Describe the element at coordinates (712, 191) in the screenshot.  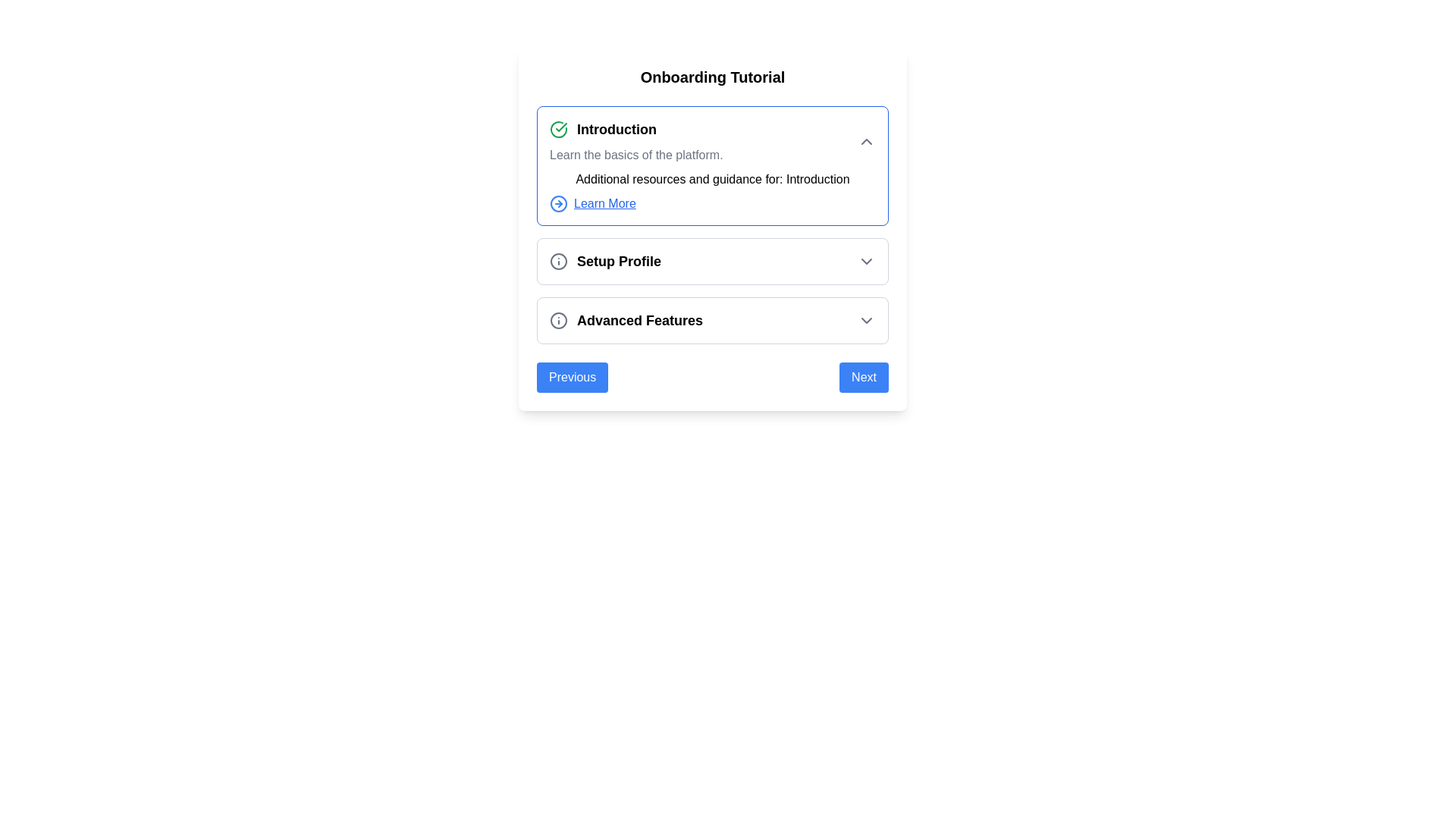
I see `descriptive text of the element containing the lines 'Additional resources and guidance for: Introduction' and the hyperlink 'Learn More' with an icon representing a rightwards arrow` at that location.